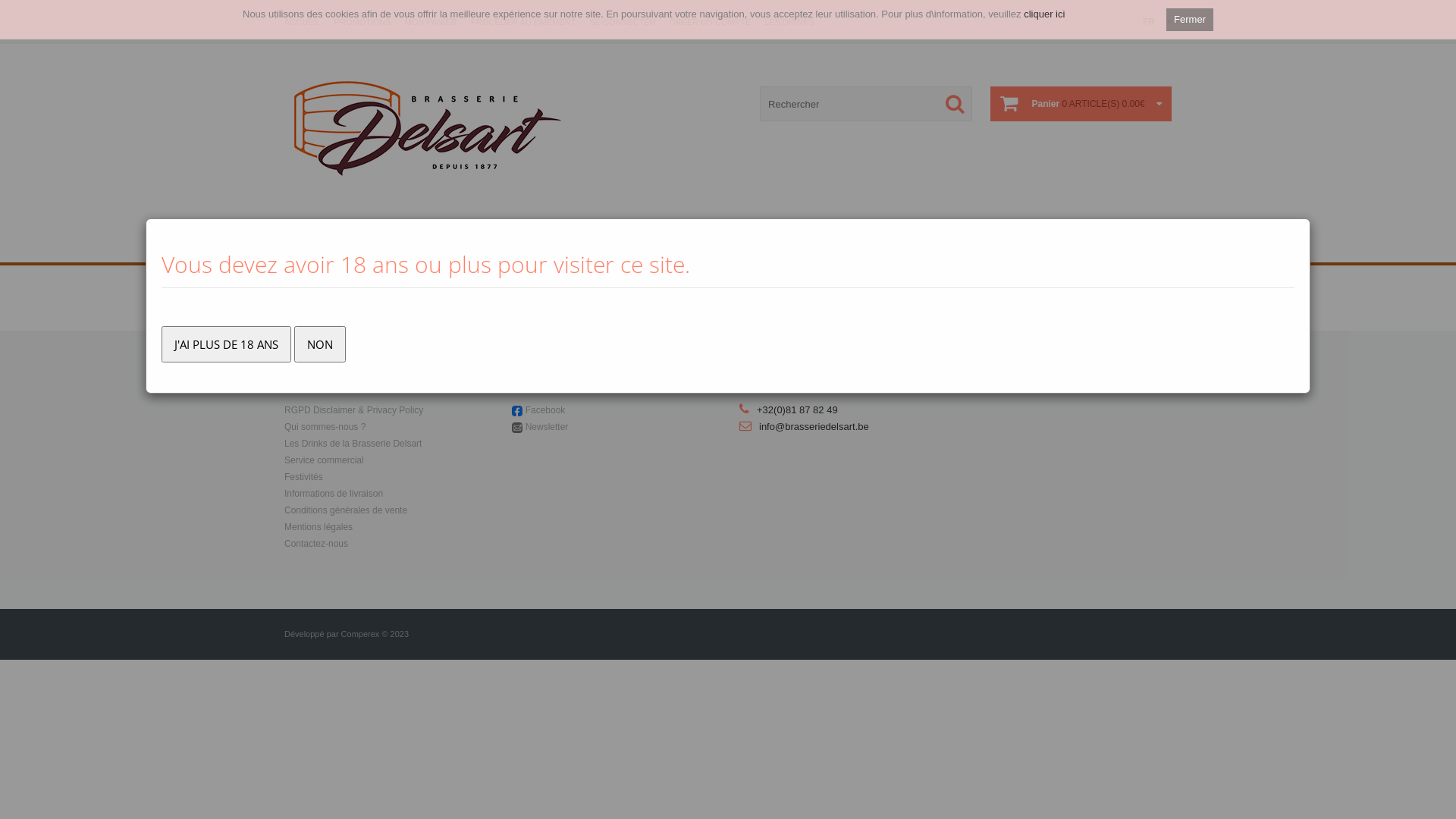 Image resolution: width=1456 pixels, height=819 pixels. I want to click on '+32(0)81 87 82 49', so click(796, 409).